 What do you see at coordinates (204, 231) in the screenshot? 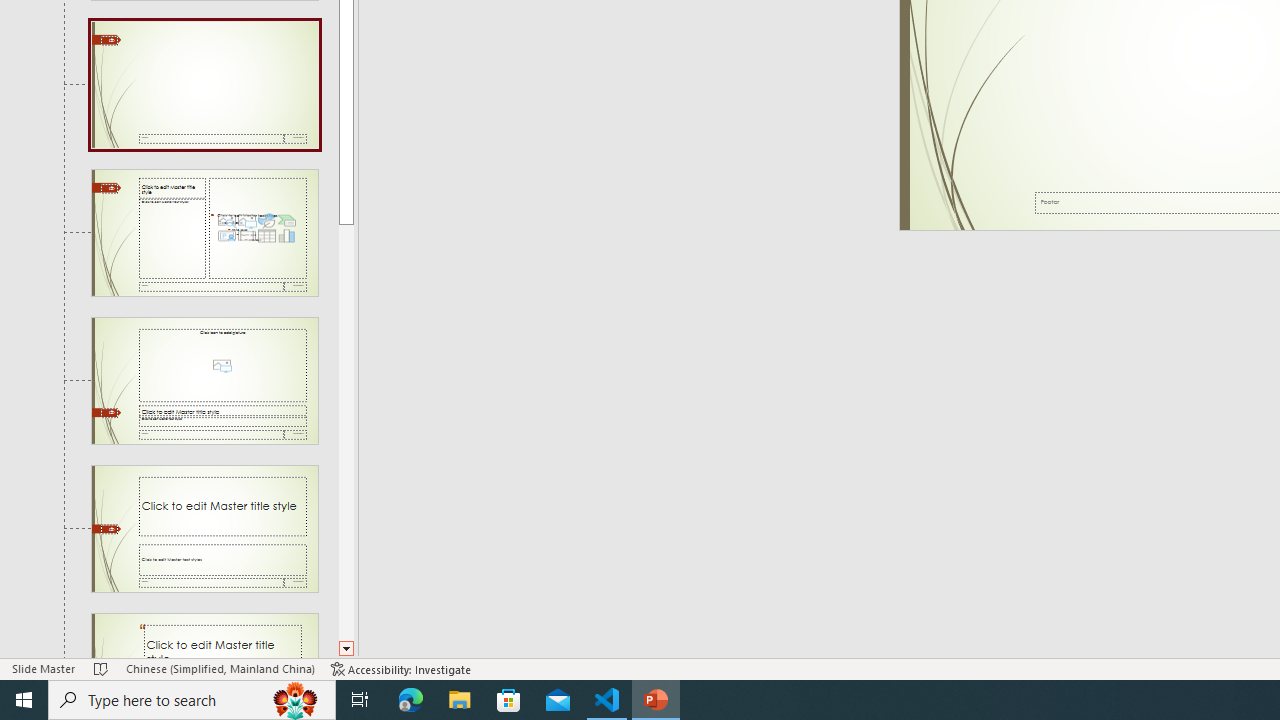
I see `'Slide Content with Caption Layout: used by no slides'` at bounding box center [204, 231].